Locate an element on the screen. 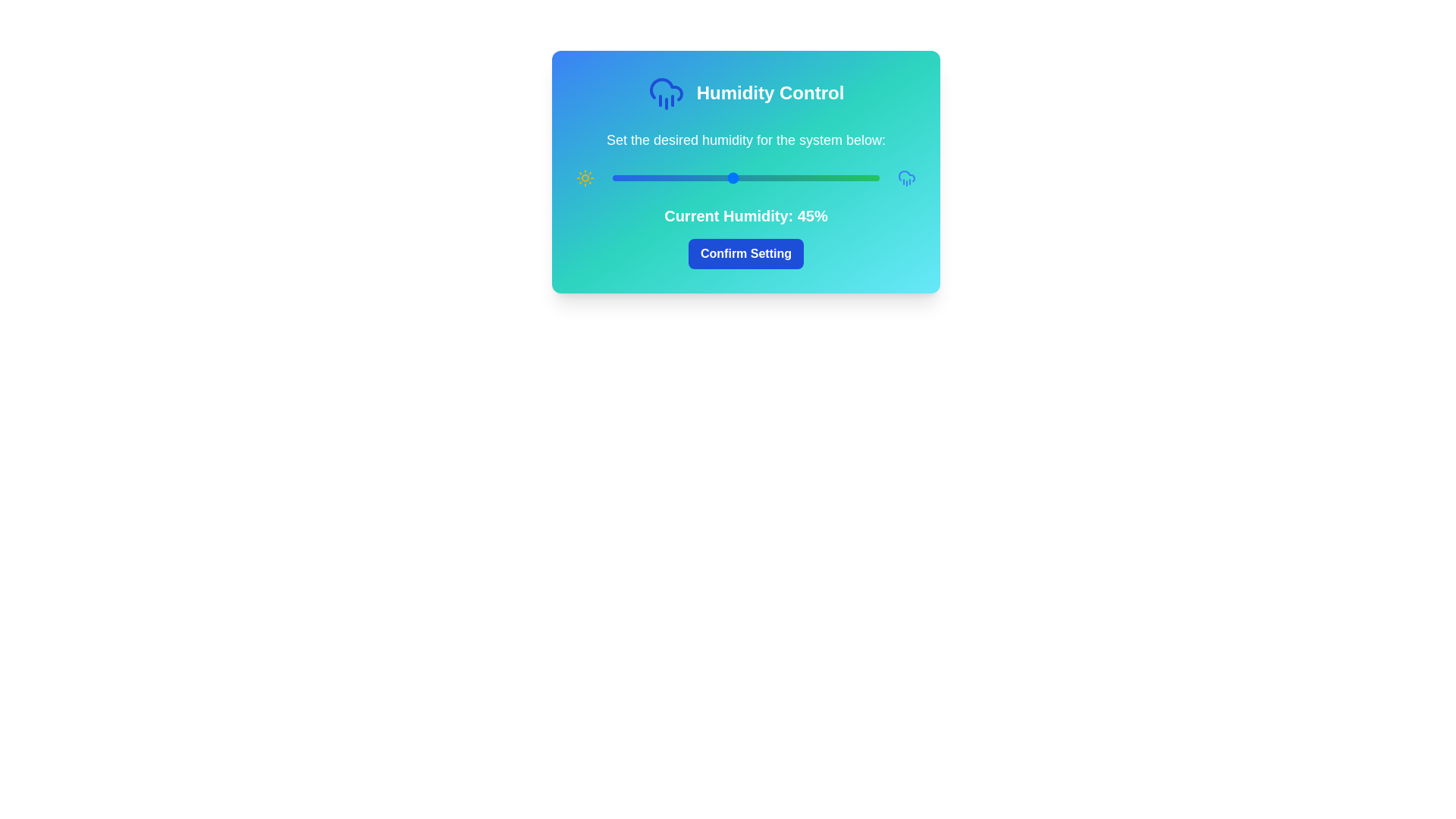 The height and width of the screenshot is (819, 1456). the humidity slider to set the humidity level to 65% is located at coordinates (786, 177).